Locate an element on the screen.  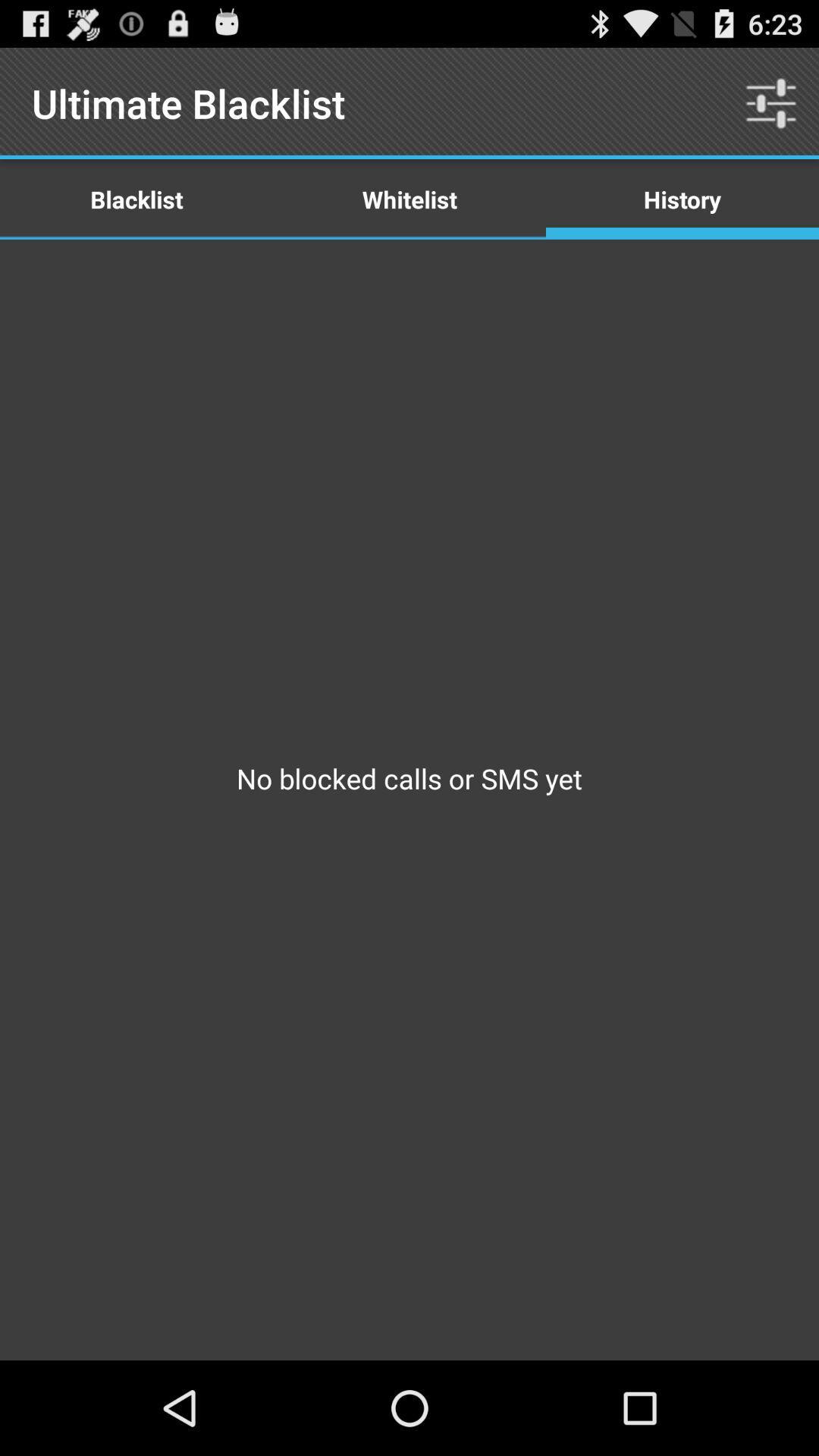
item to the left of the history is located at coordinates (409, 198).